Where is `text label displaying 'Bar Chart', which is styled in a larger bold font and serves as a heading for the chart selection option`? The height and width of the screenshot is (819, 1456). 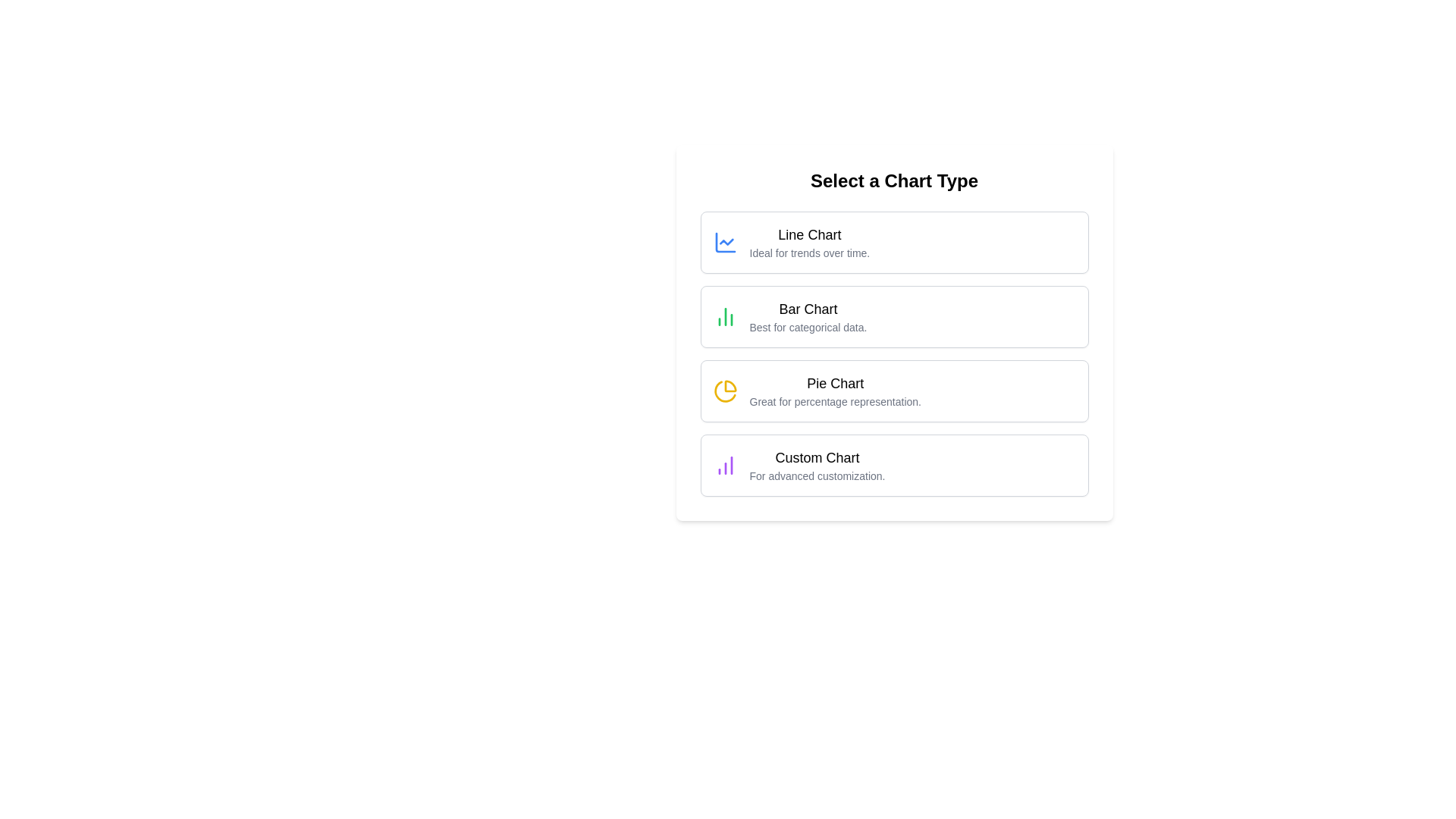 text label displaying 'Bar Chart', which is styled in a larger bold font and serves as a heading for the chart selection option is located at coordinates (807, 309).